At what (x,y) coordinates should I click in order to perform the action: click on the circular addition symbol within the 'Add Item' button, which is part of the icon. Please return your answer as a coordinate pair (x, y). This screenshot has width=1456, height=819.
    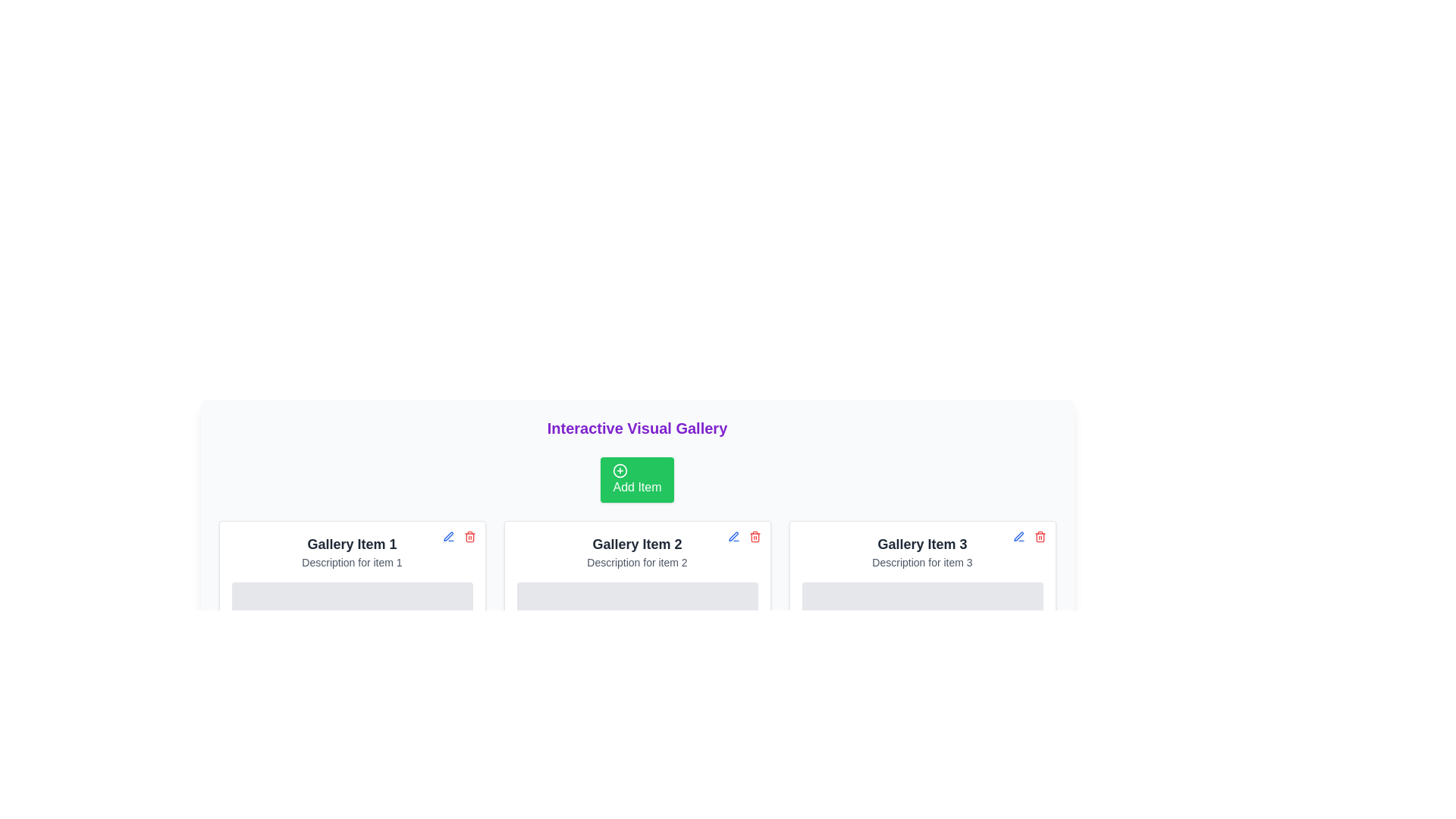
    Looking at the image, I should click on (620, 470).